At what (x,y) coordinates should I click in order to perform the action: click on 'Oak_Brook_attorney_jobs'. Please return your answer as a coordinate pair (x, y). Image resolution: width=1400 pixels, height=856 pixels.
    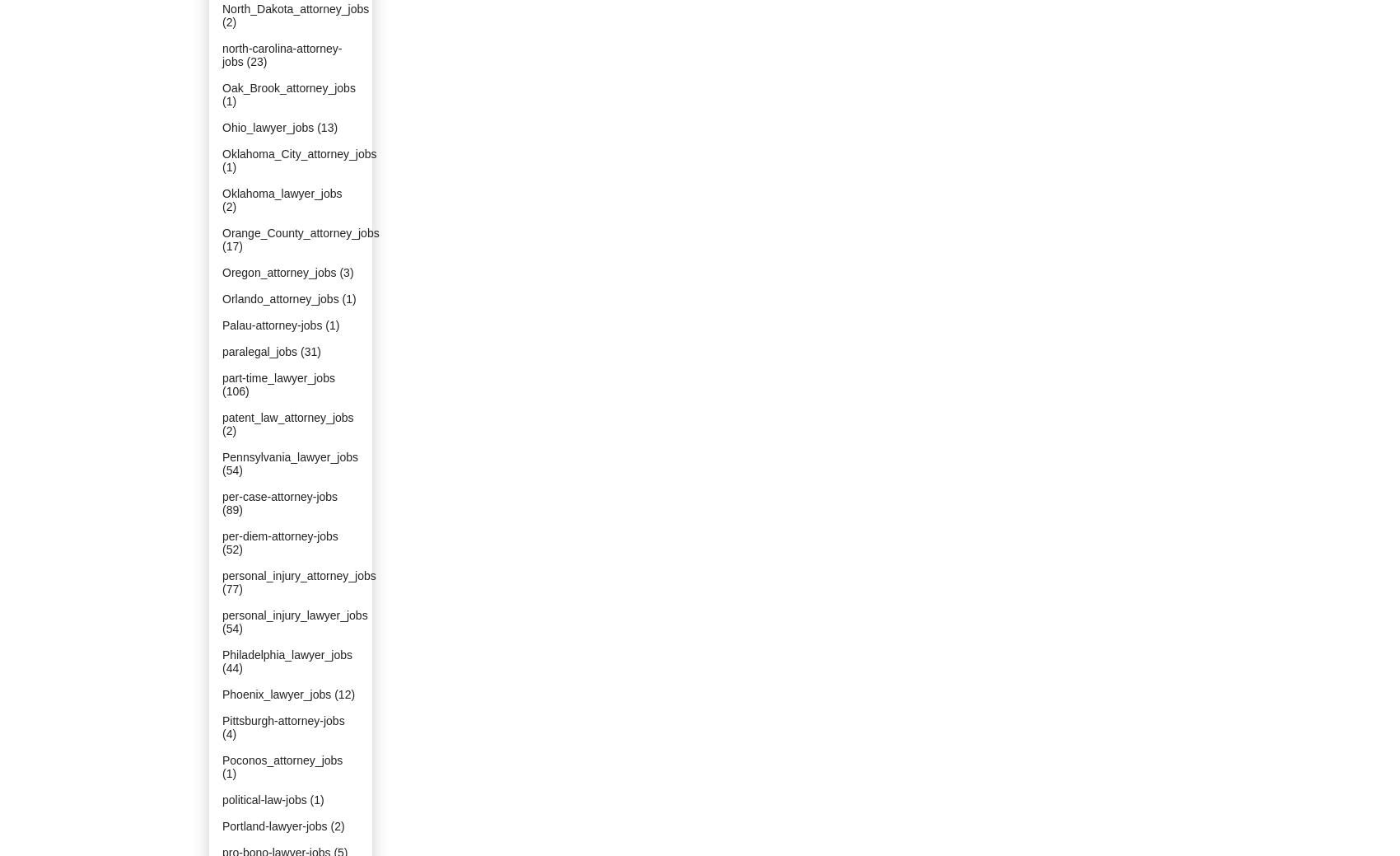
    Looking at the image, I should click on (287, 87).